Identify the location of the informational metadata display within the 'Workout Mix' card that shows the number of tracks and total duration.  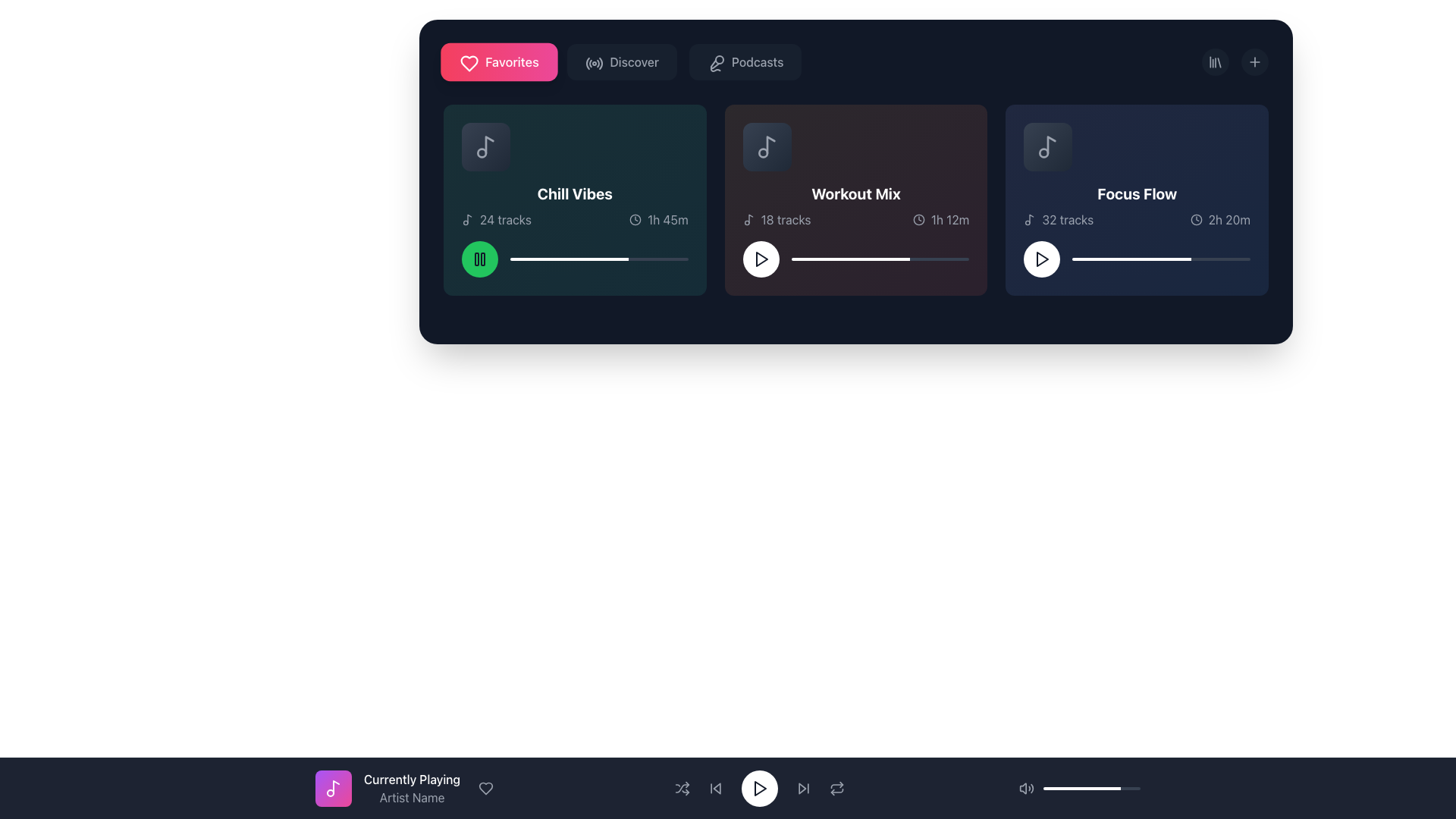
(855, 219).